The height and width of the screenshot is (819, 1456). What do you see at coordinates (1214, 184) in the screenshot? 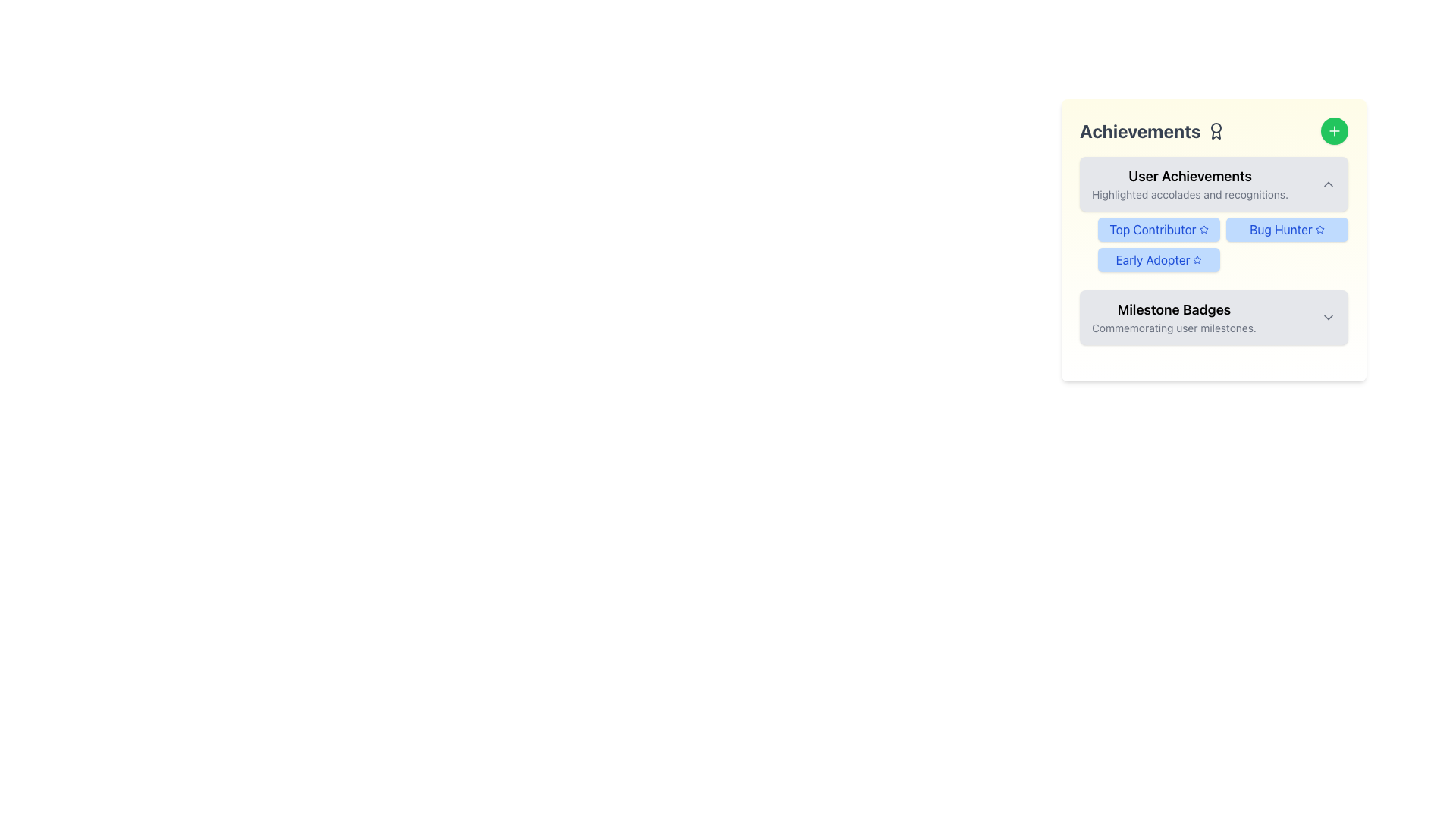
I see `the collapsible header section` at bounding box center [1214, 184].